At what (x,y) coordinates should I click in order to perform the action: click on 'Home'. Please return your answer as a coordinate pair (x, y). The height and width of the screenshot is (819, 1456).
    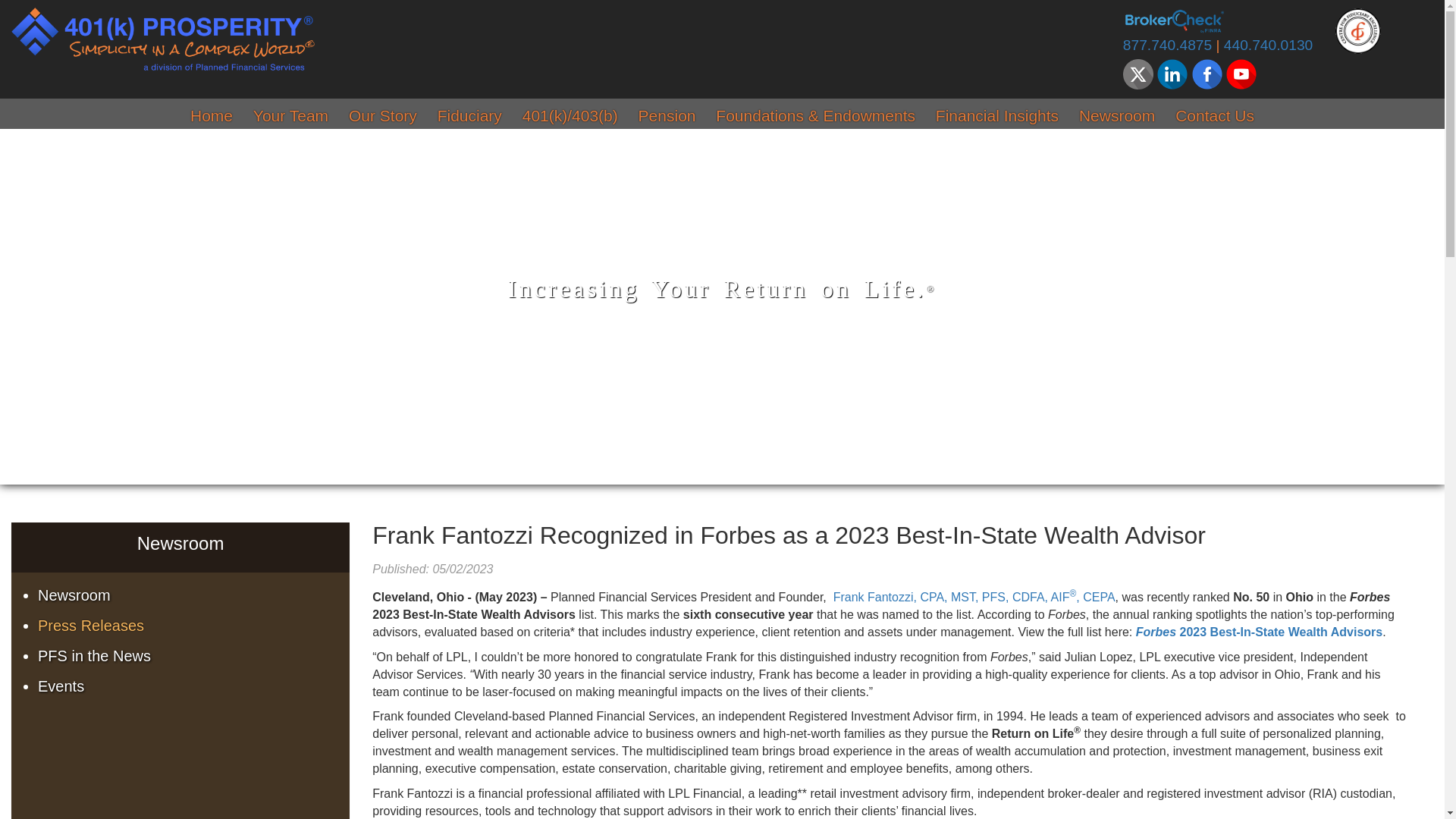
    Looking at the image, I should click on (210, 117).